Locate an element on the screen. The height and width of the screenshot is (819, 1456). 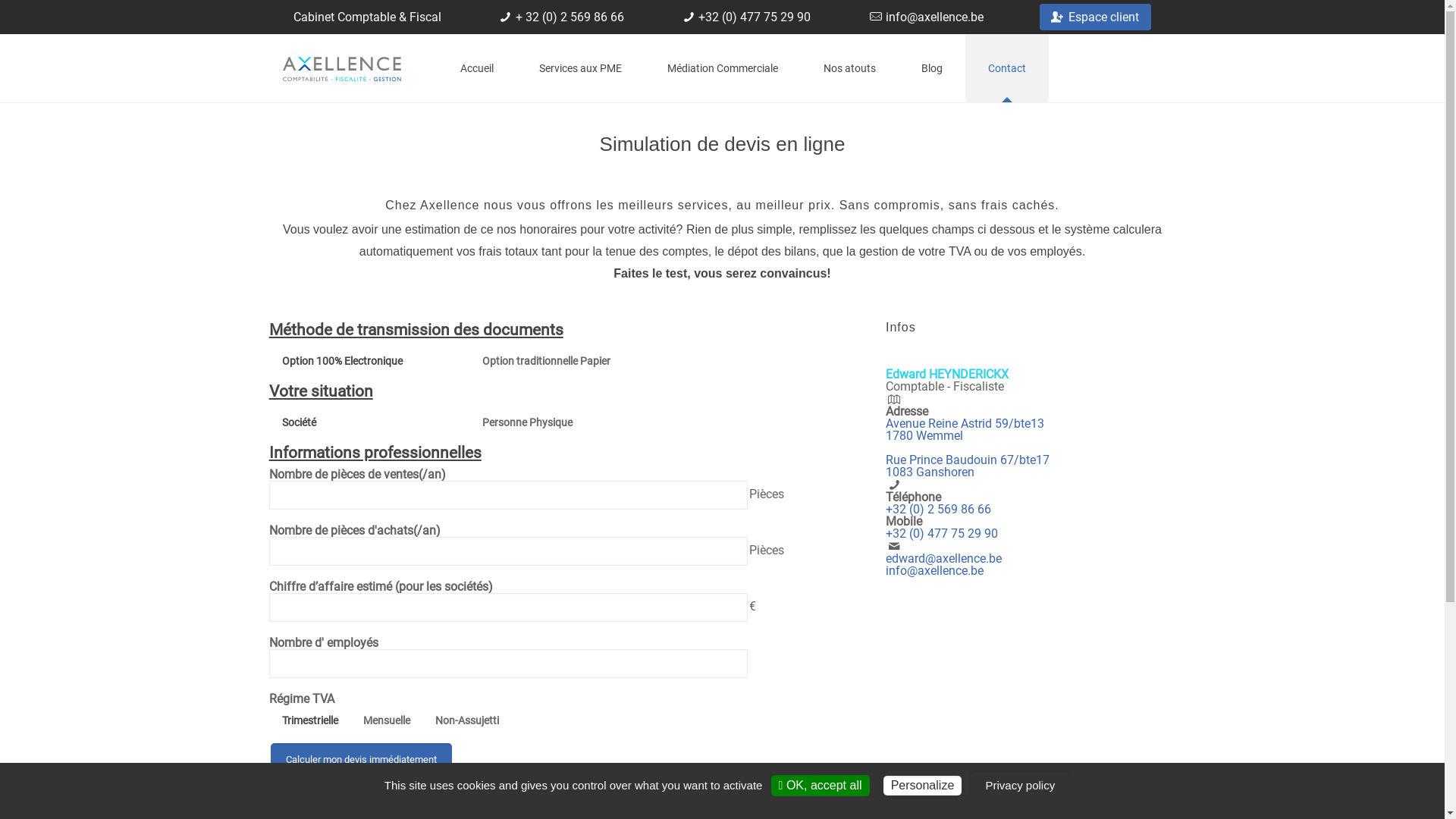
'Accueil' is located at coordinates (475, 67).